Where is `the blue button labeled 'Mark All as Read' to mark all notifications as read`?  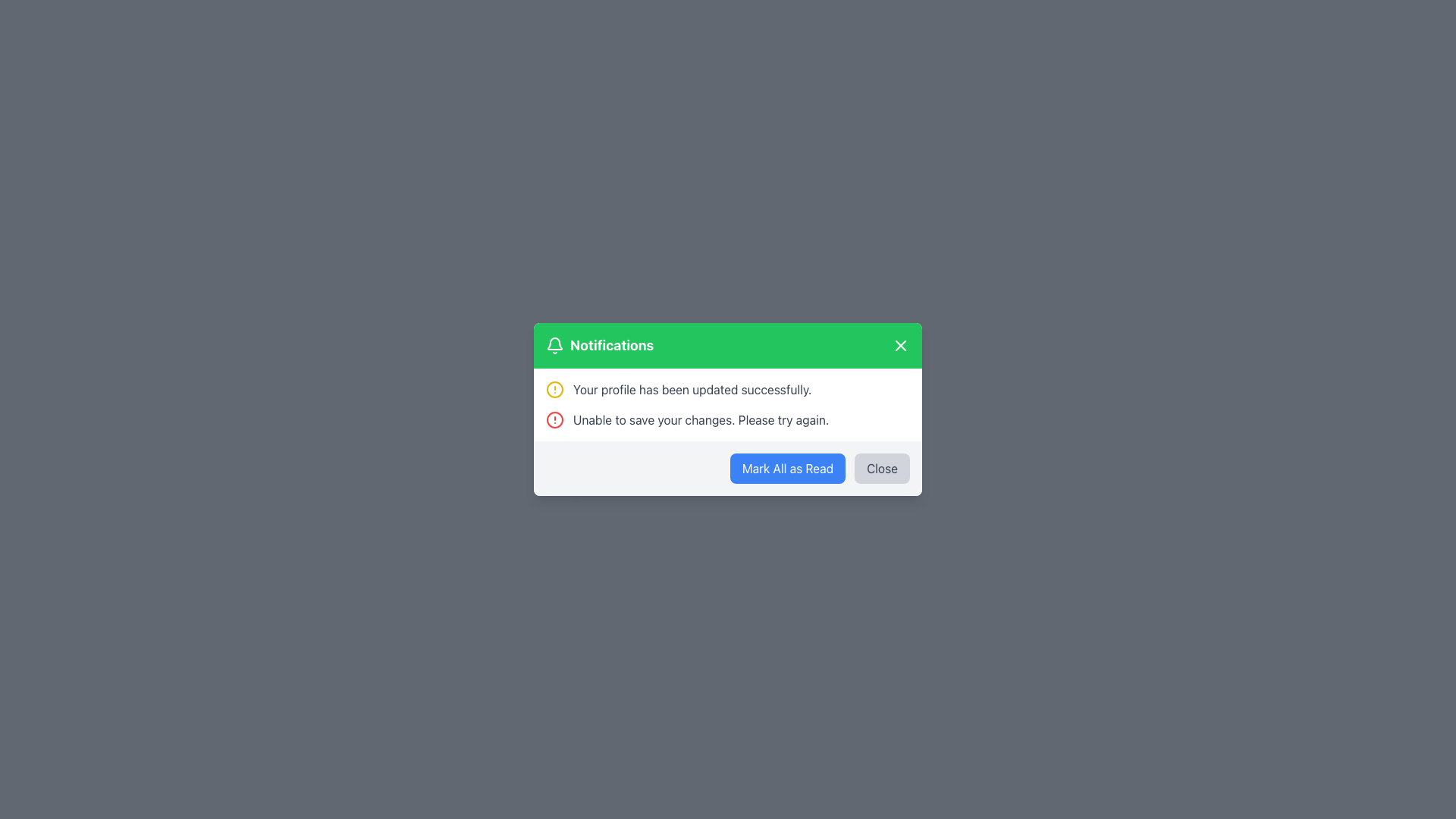
the blue button labeled 'Mark All as Read' to mark all notifications as read is located at coordinates (787, 467).